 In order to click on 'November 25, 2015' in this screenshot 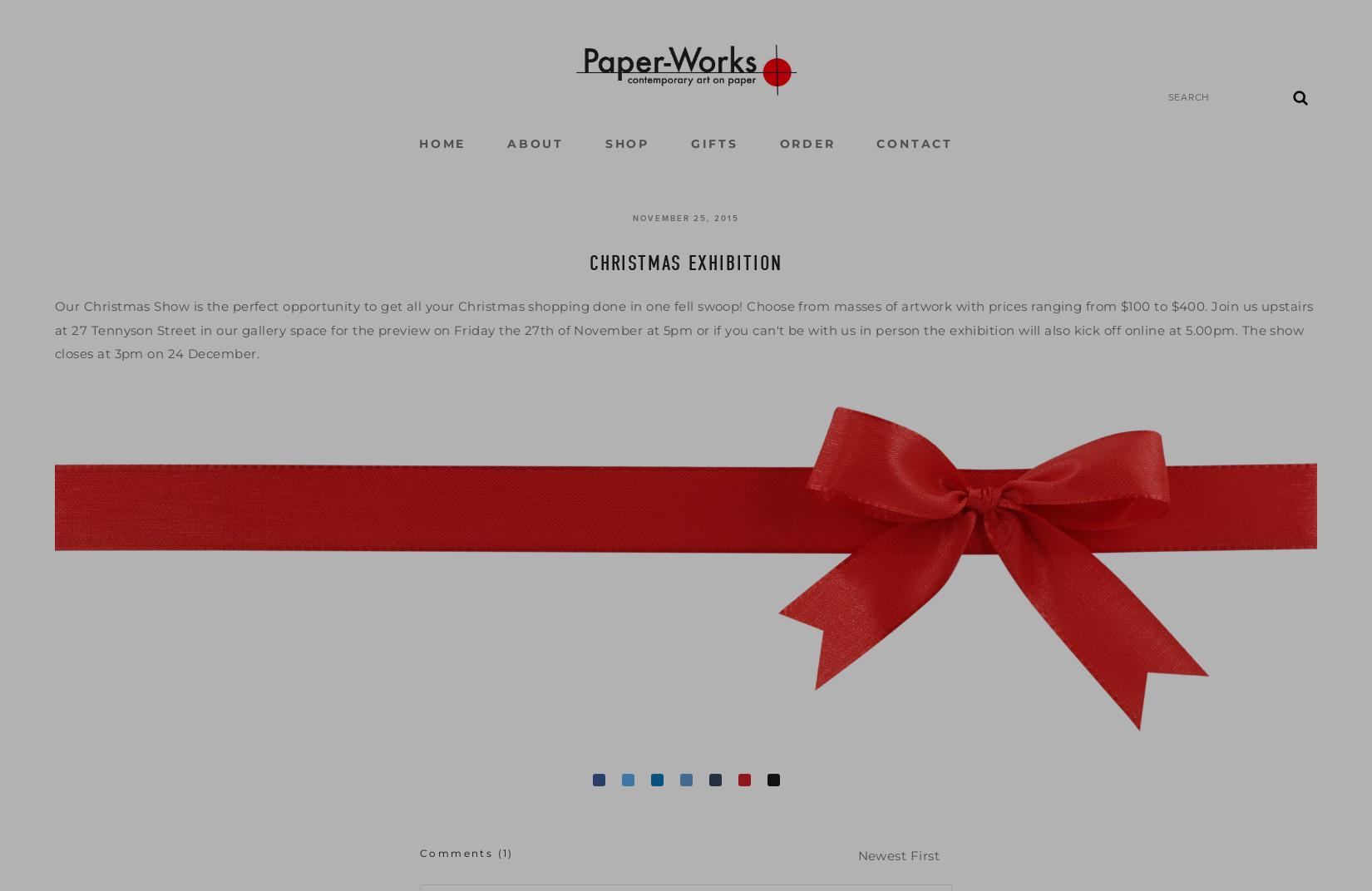, I will do `click(684, 218)`.